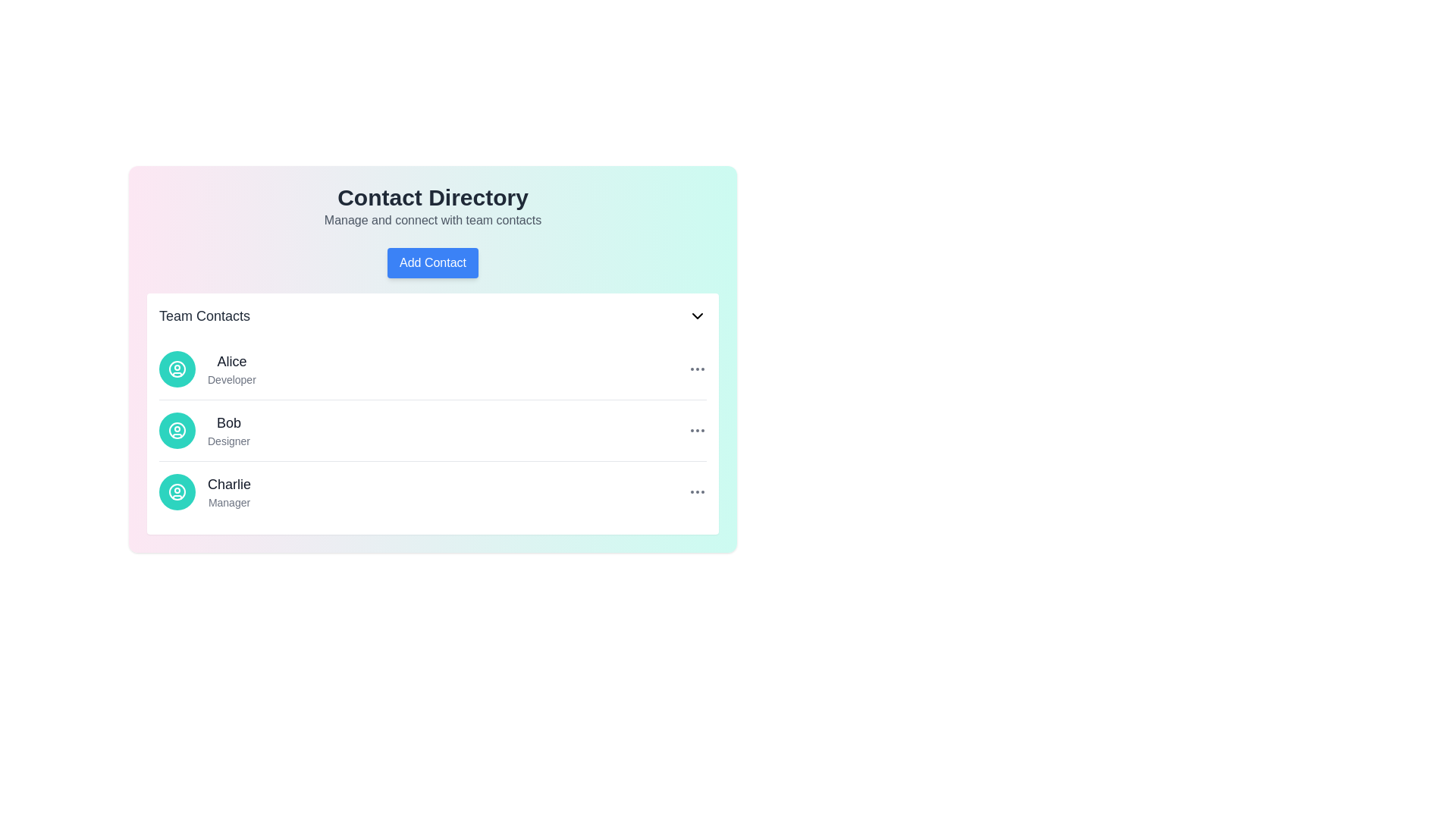 Image resolution: width=1456 pixels, height=819 pixels. Describe the element at coordinates (177, 369) in the screenshot. I see `the user icon in the 'Team Contacts' section, which has a circular boundary with a white stroke and a teal background, located to the left of the 'Alice' contact name, to initiate further actions related to the contact` at that location.